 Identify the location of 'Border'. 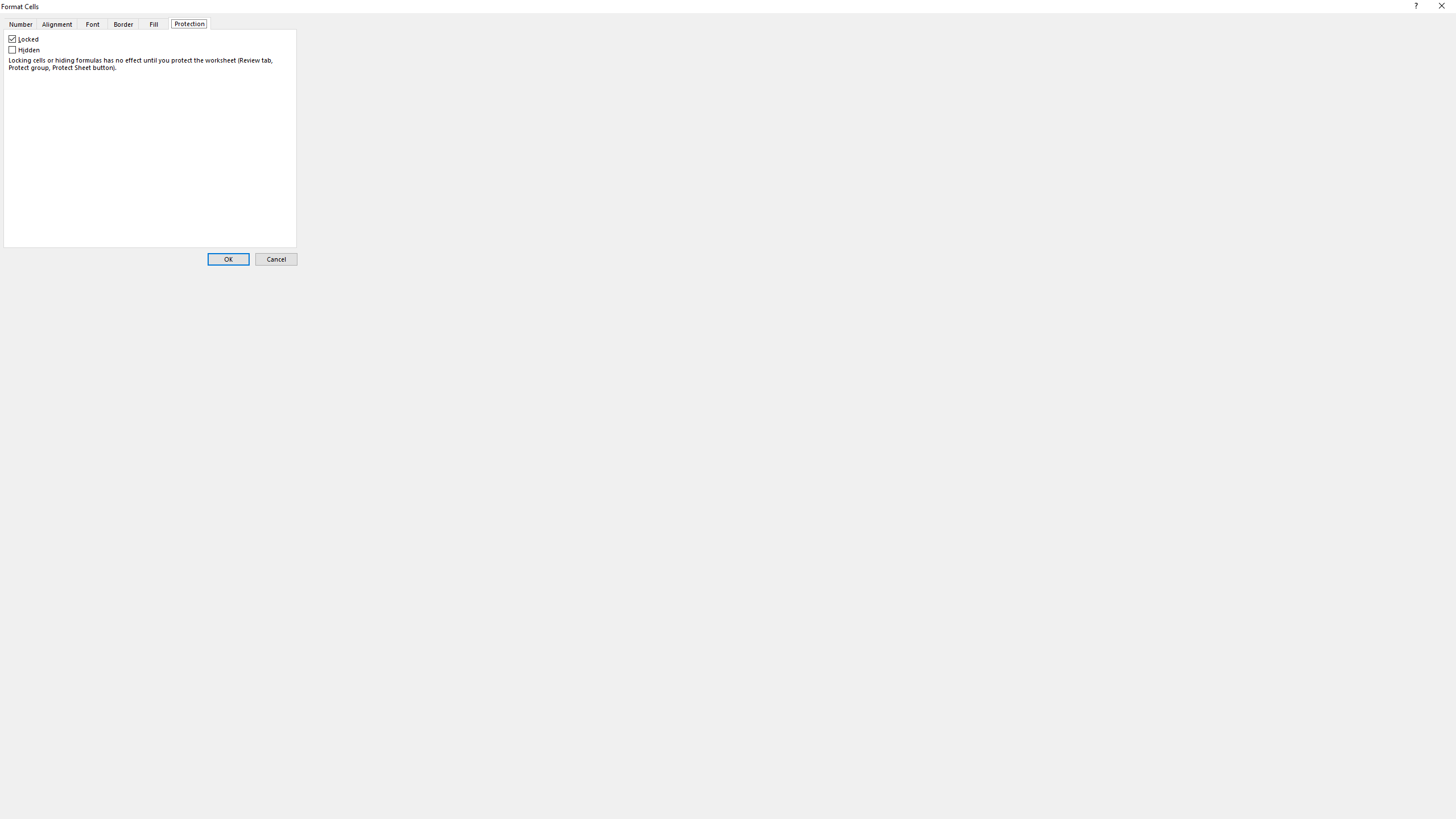
(123, 23).